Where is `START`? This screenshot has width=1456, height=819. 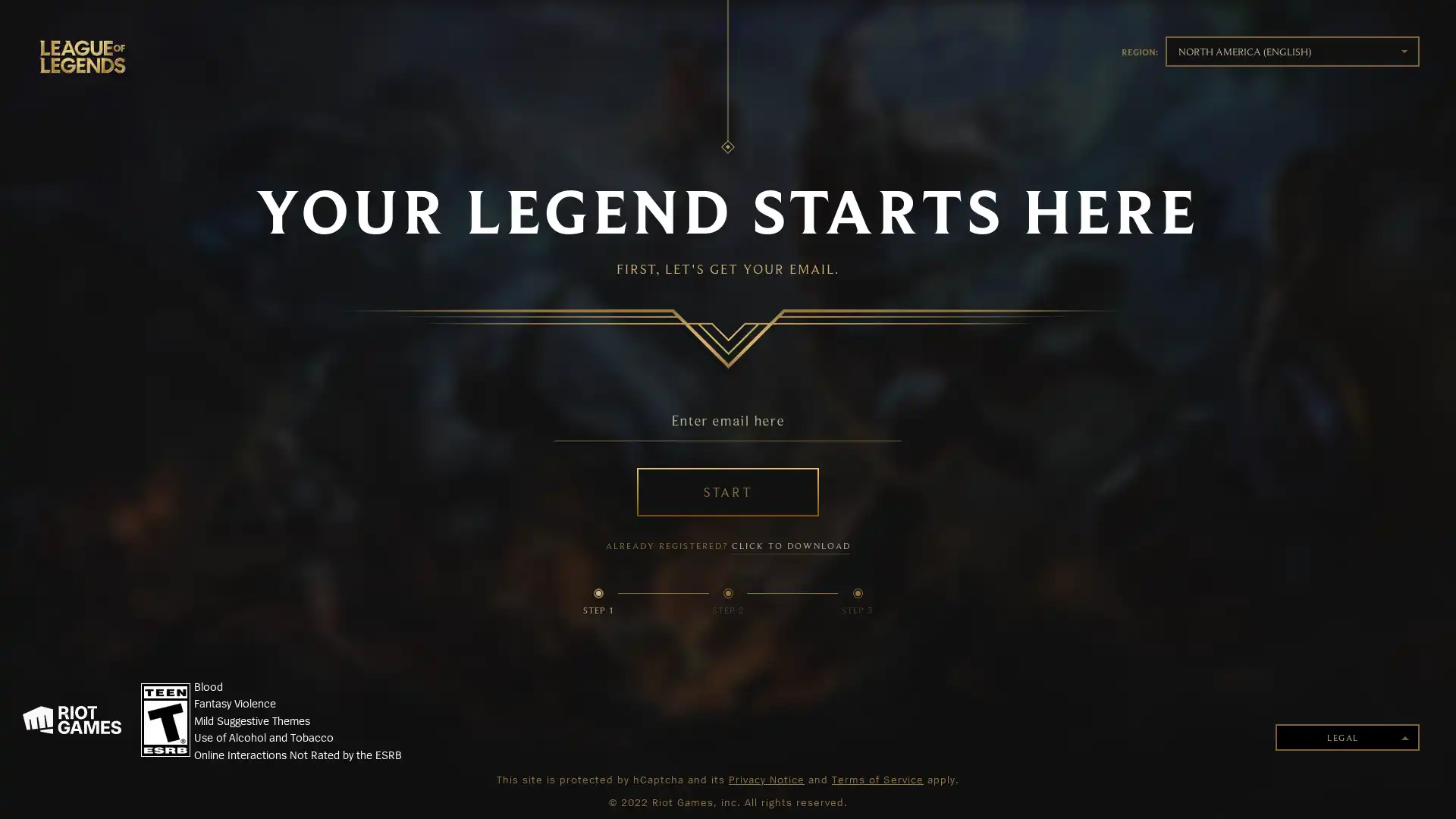 START is located at coordinates (728, 491).